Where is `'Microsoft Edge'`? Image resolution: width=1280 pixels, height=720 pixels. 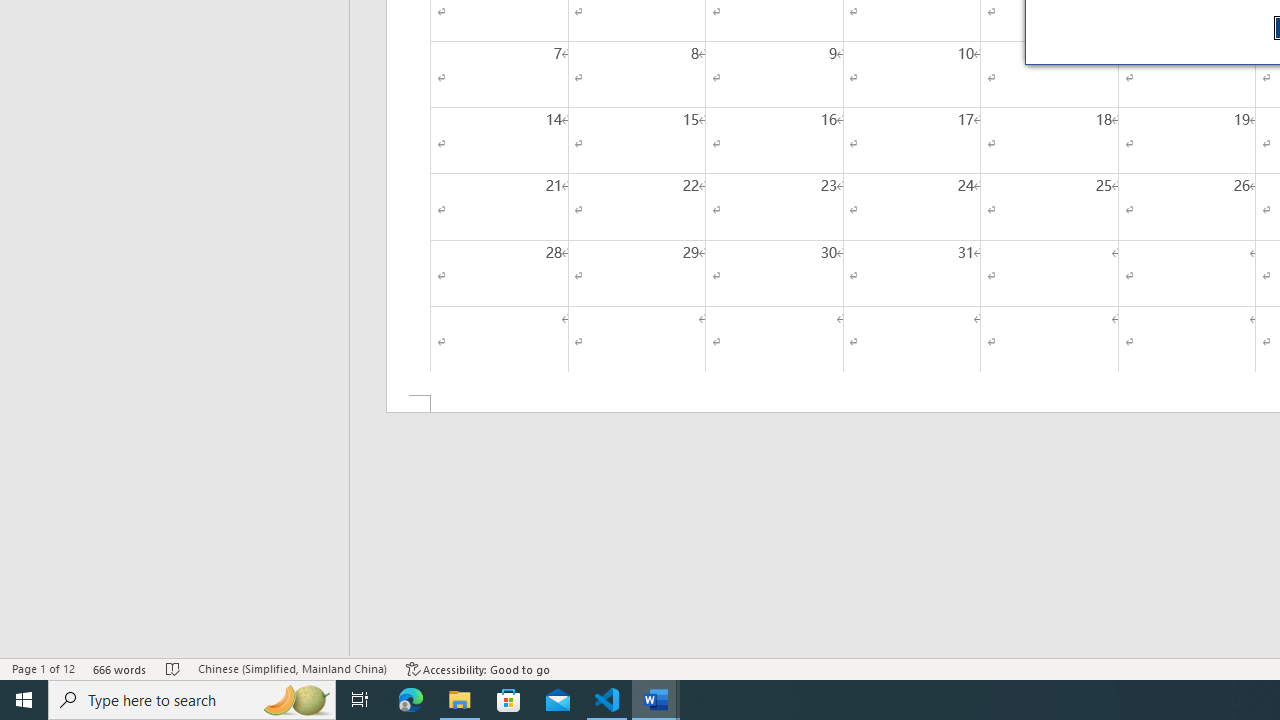 'Microsoft Edge' is located at coordinates (410, 698).